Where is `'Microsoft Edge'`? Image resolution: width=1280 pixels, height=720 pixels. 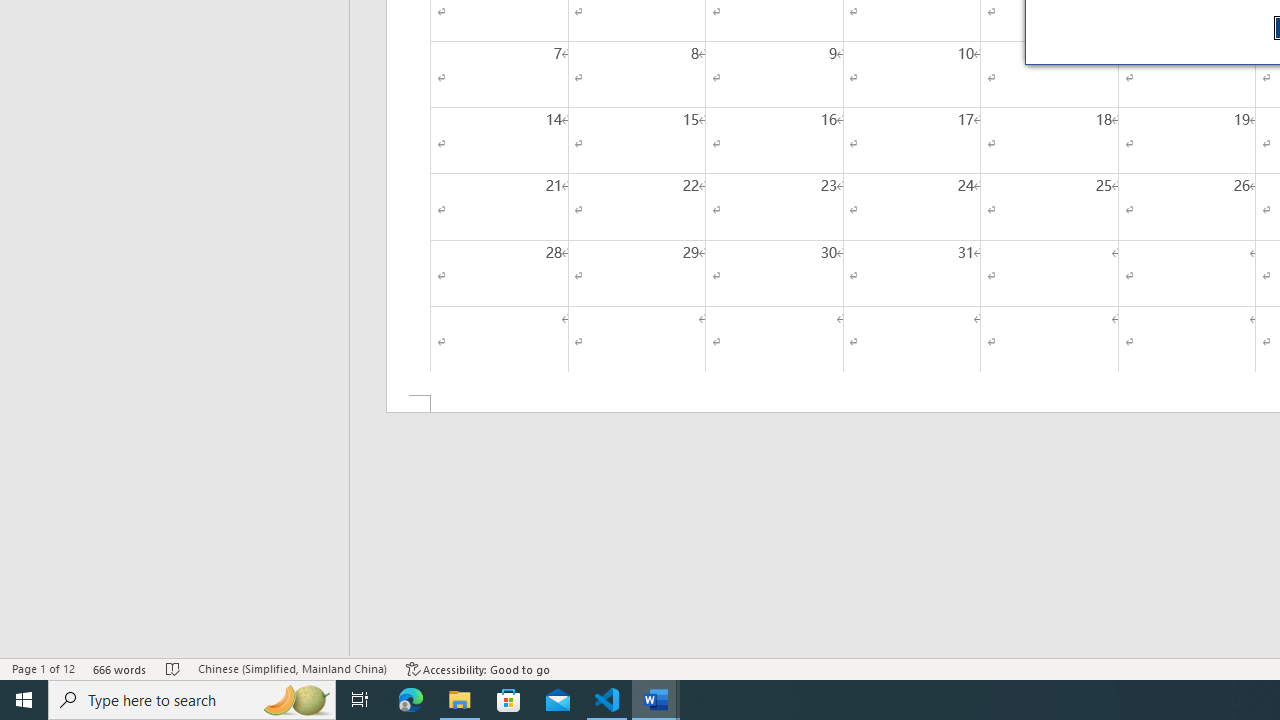 'Microsoft Edge' is located at coordinates (410, 698).